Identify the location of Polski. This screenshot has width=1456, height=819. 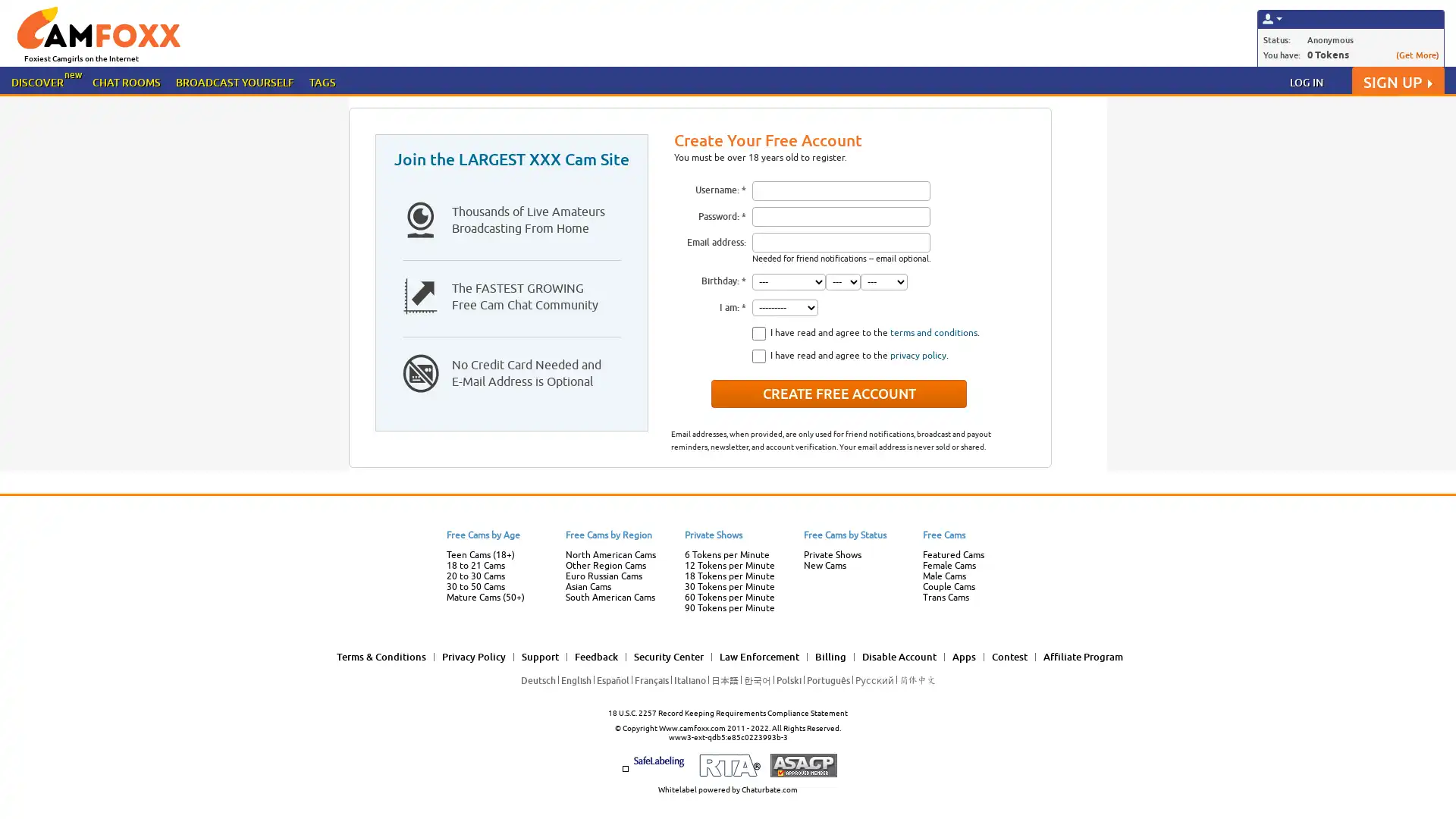
(789, 680).